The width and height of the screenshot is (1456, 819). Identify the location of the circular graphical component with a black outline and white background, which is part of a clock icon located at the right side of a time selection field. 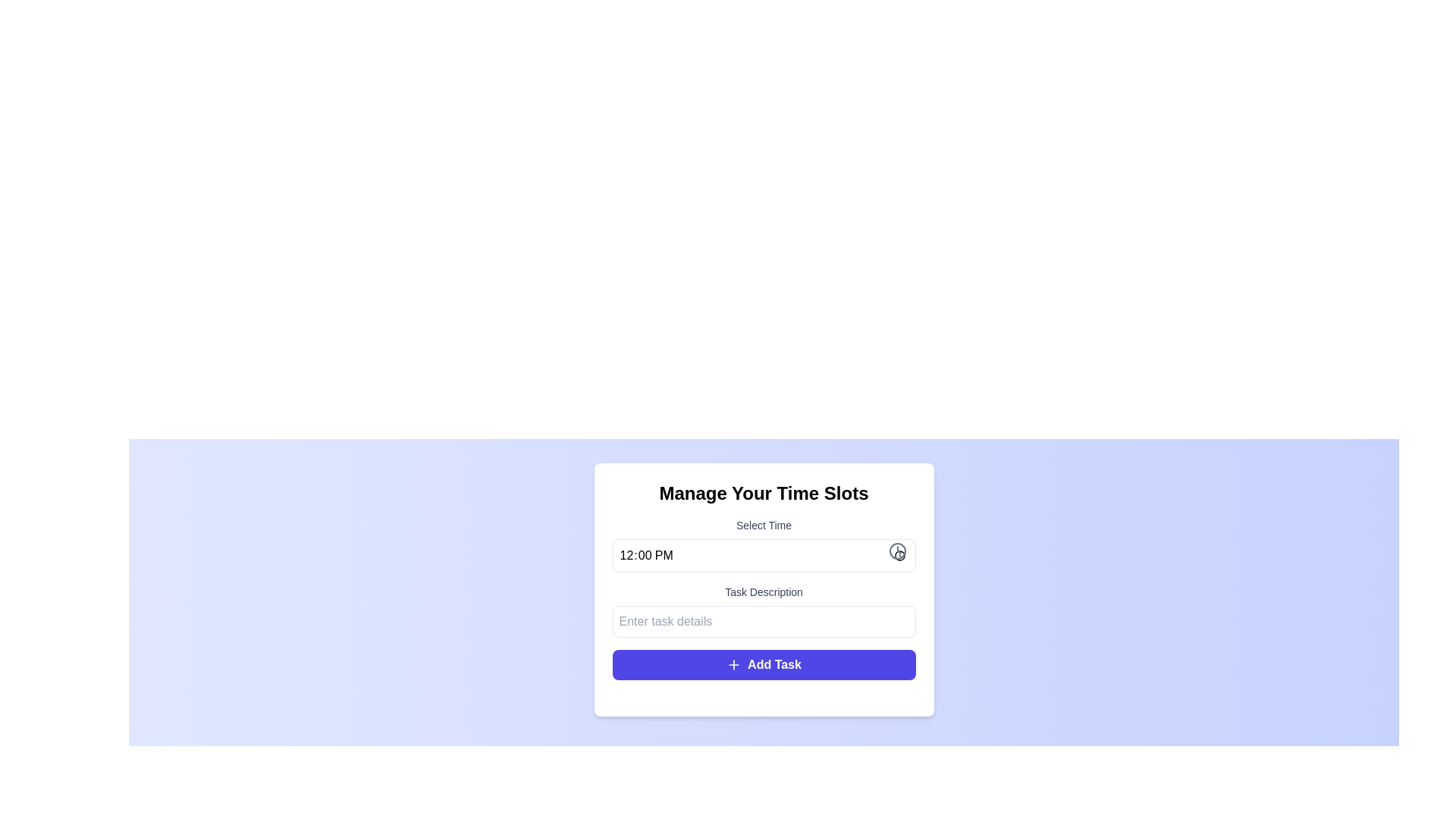
(897, 551).